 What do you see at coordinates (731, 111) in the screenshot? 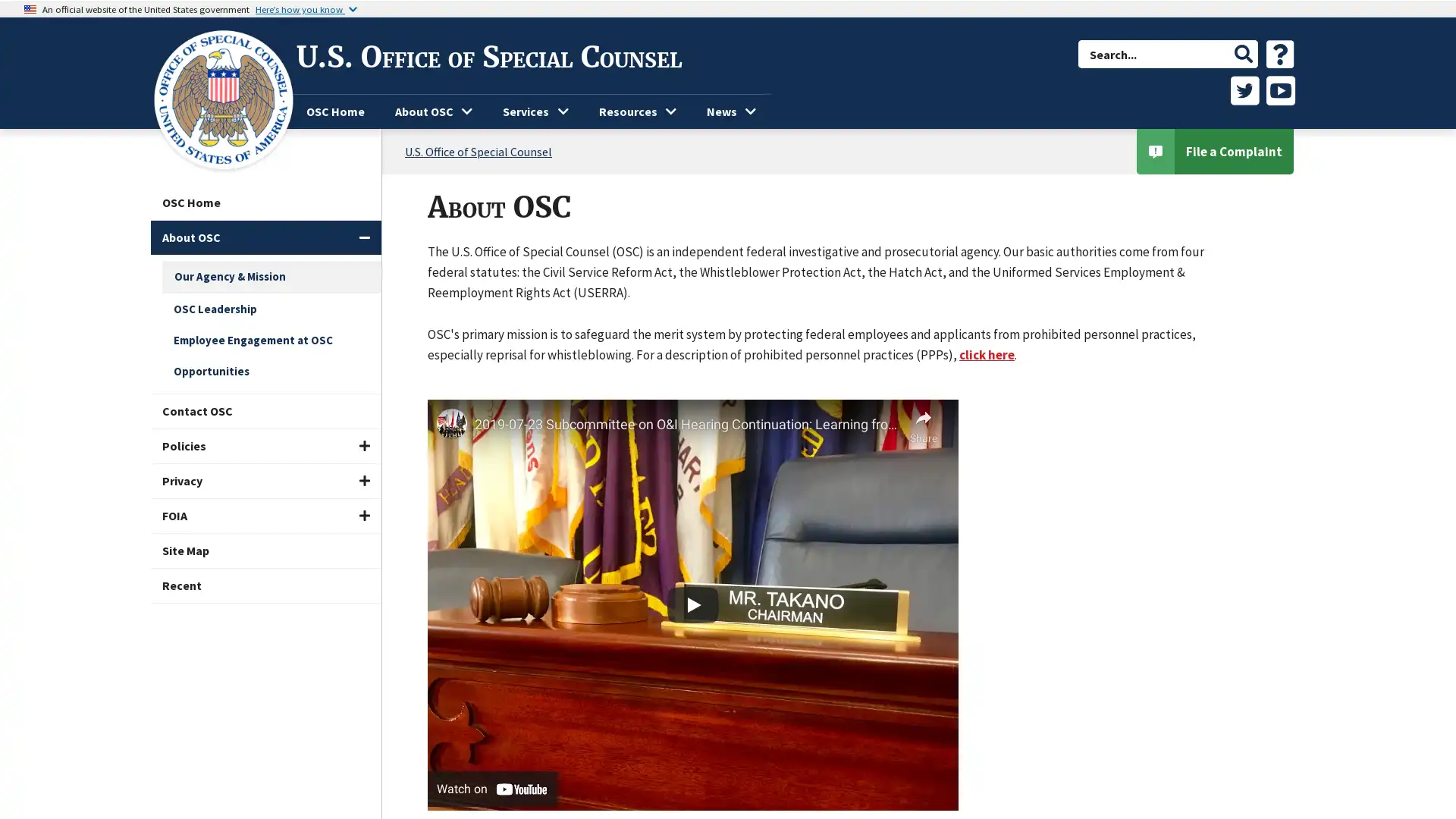
I see `News` at bounding box center [731, 111].